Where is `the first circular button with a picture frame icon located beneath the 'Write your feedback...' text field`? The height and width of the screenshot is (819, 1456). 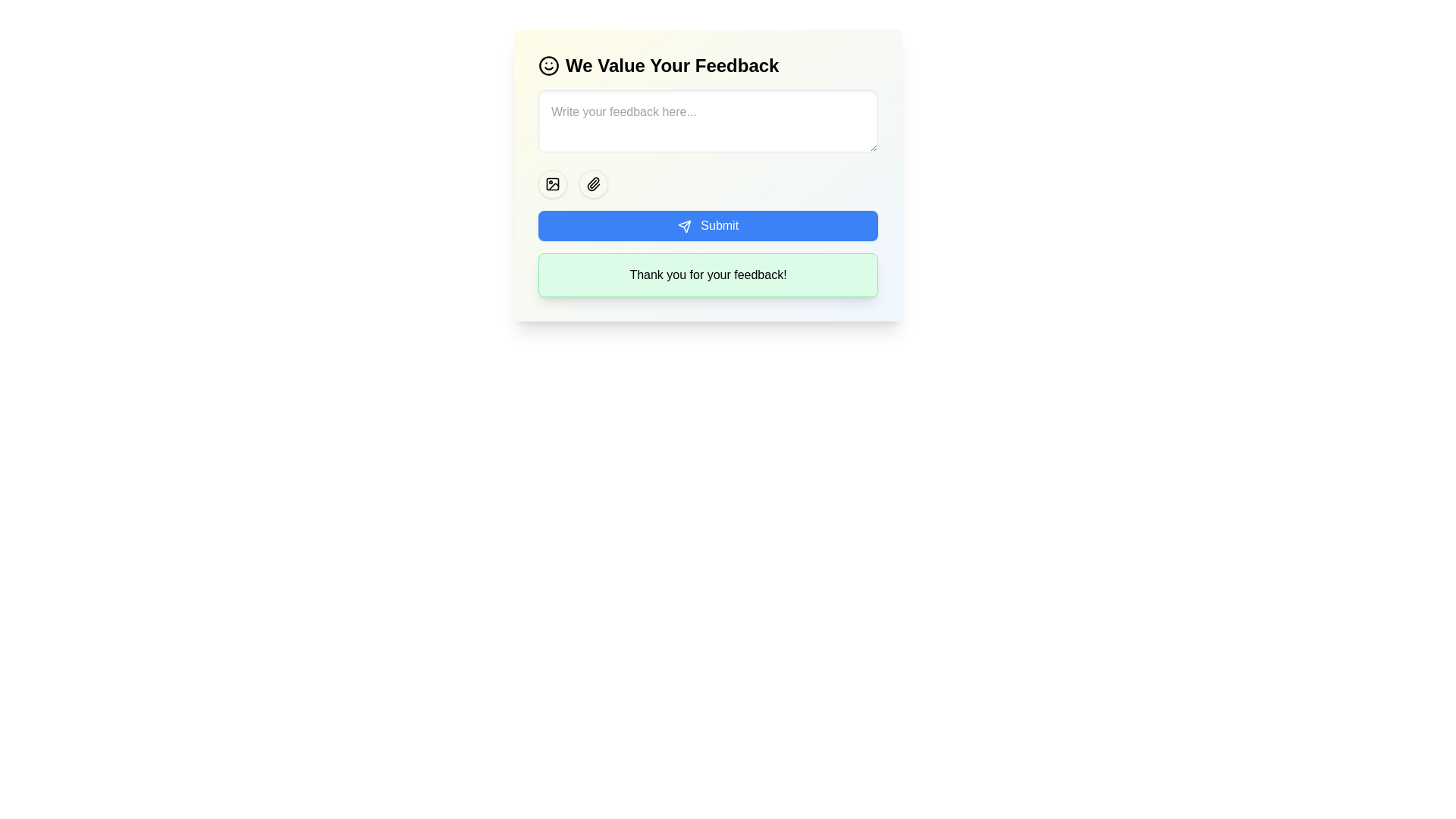
the first circular button with a picture frame icon located beneath the 'Write your feedback...' text field is located at coordinates (552, 184).